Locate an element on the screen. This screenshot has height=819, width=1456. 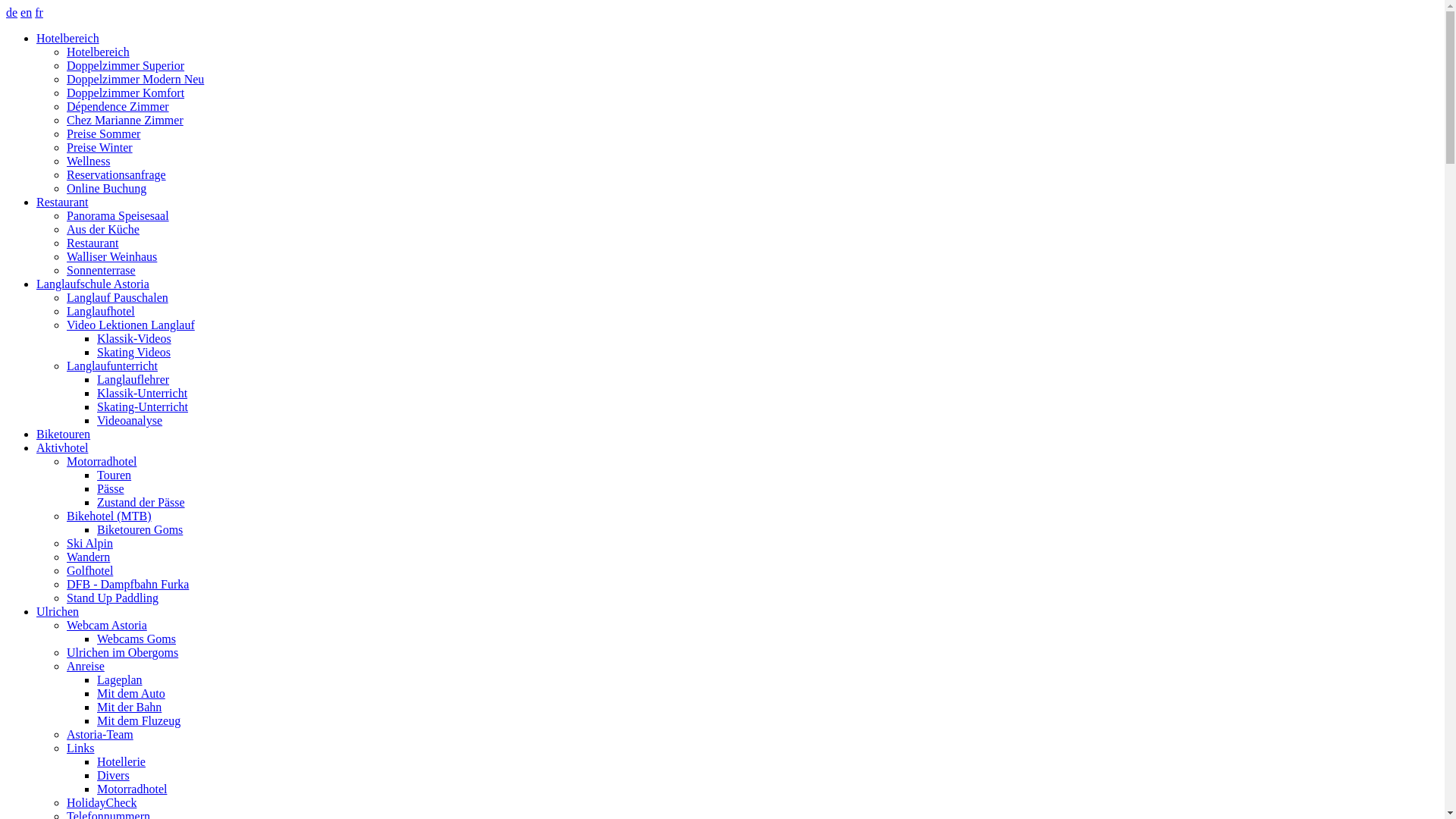
'Doppelzimmer Modern Neu' is located at coordinates (135, 79).